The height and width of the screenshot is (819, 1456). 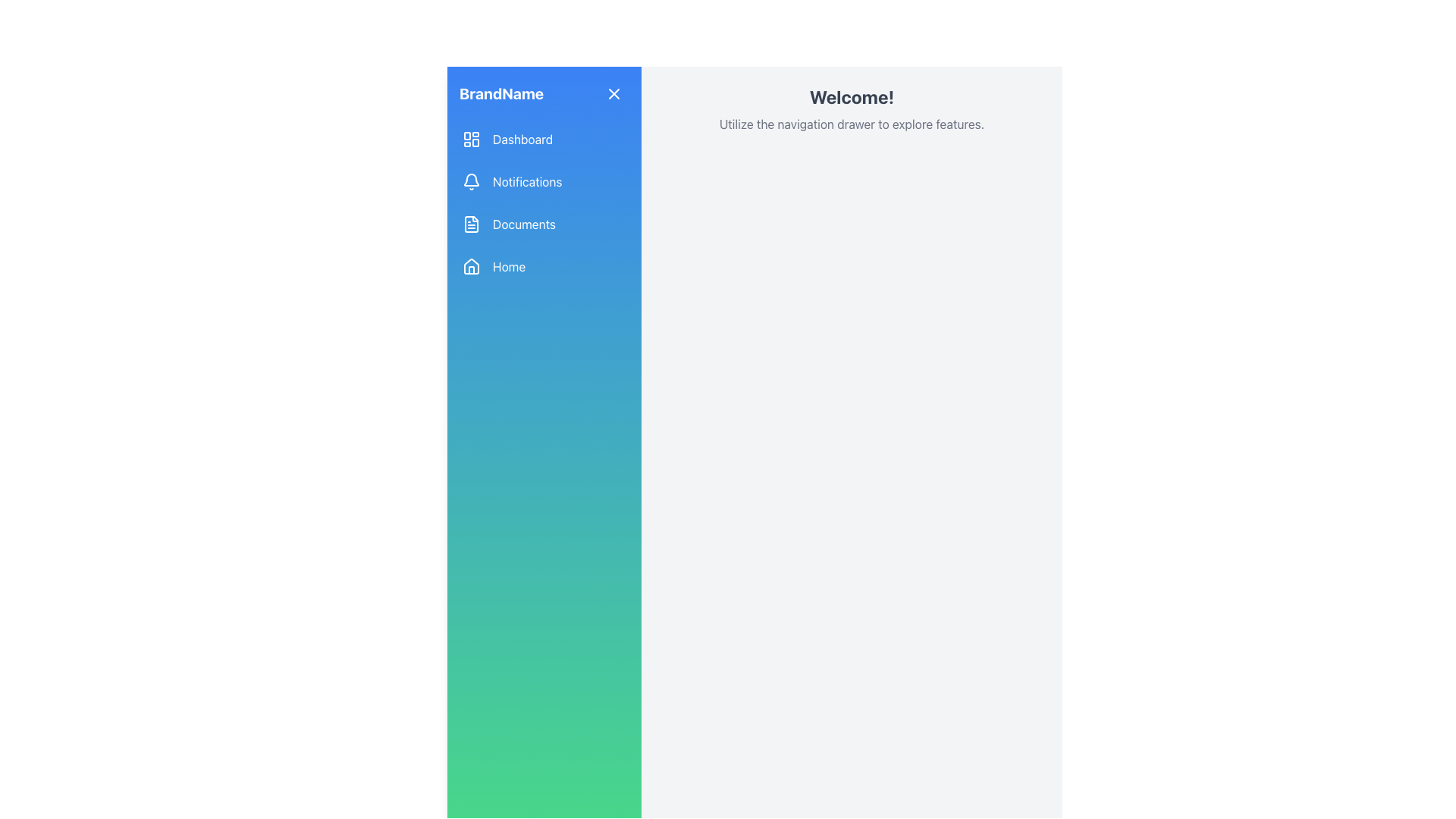 What do you see at coordinates (524, 224) in the screenshot?
I see `the 'Documents' label in the vertical navigation menu, which is displayed in white font on a blue background, located third from the top` at bounding box center [524, 224].